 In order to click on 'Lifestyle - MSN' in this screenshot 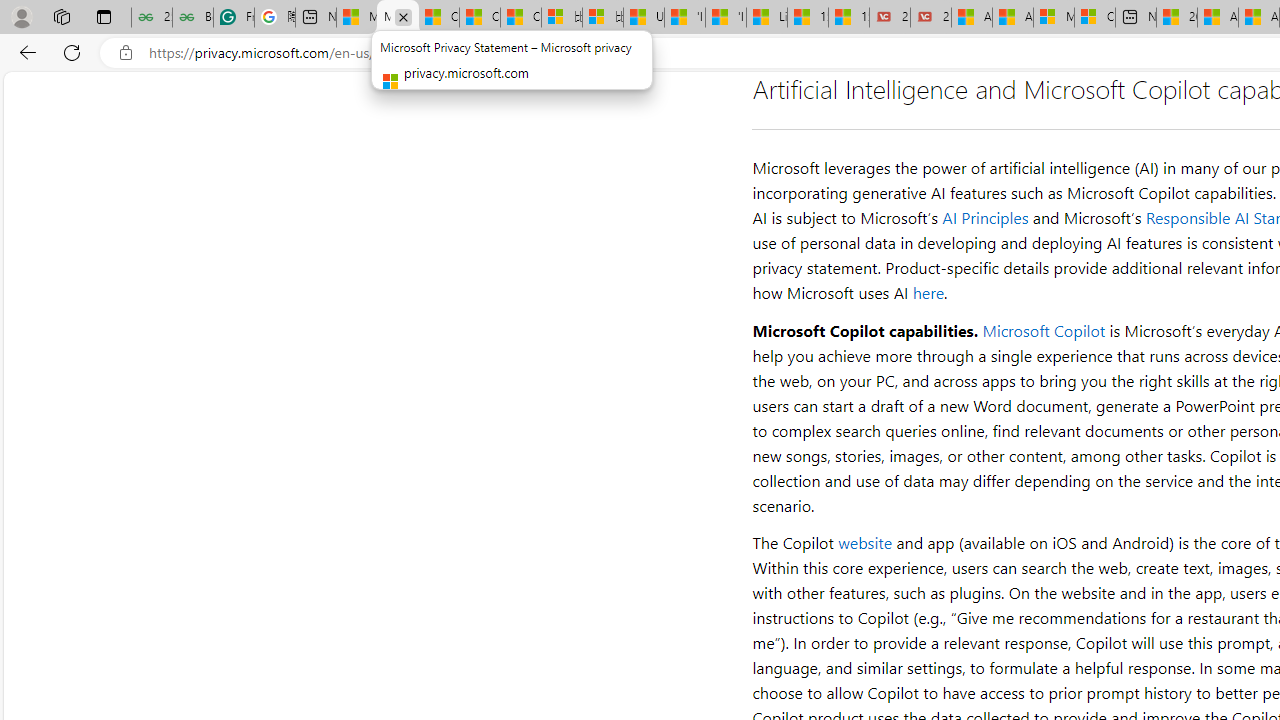, I will do `click(766, 17)`.